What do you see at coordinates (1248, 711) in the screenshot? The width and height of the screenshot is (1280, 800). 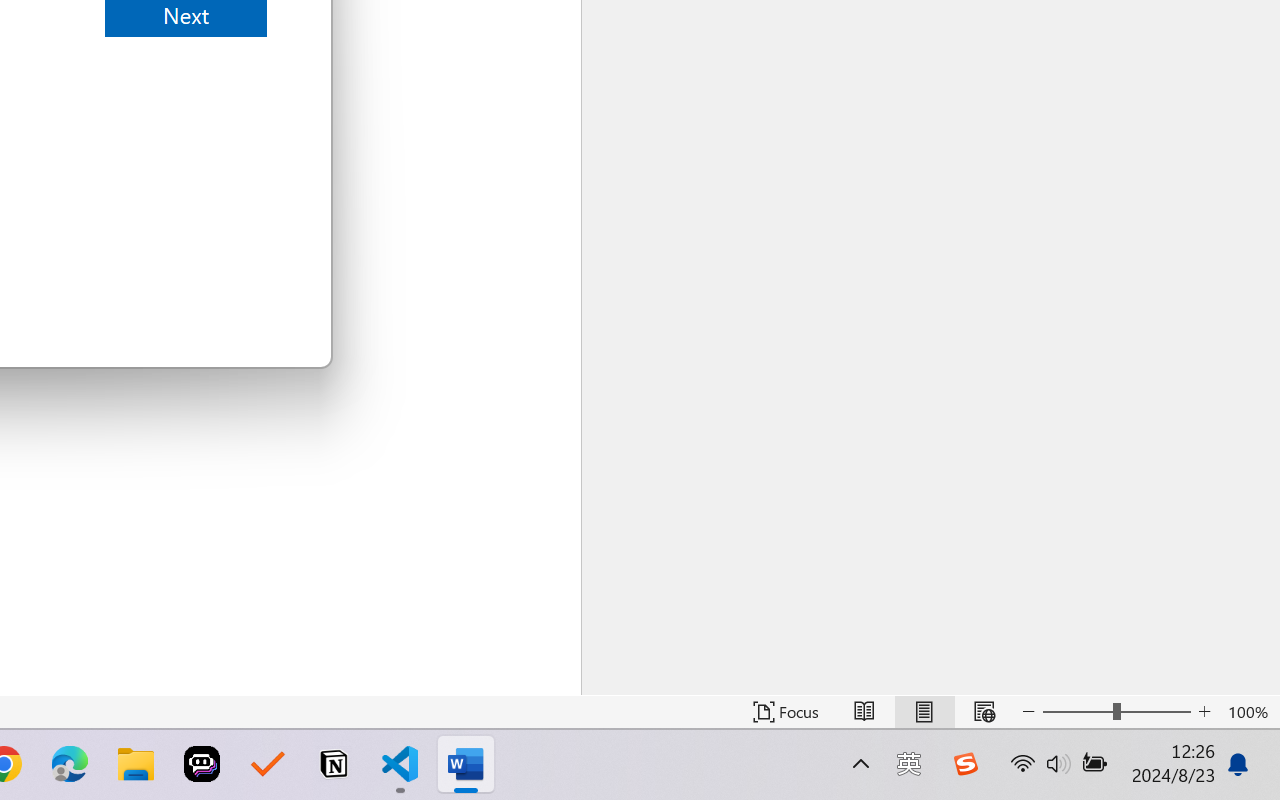 I see `'Zoom 100%'` at bounding box center [1248, 711].